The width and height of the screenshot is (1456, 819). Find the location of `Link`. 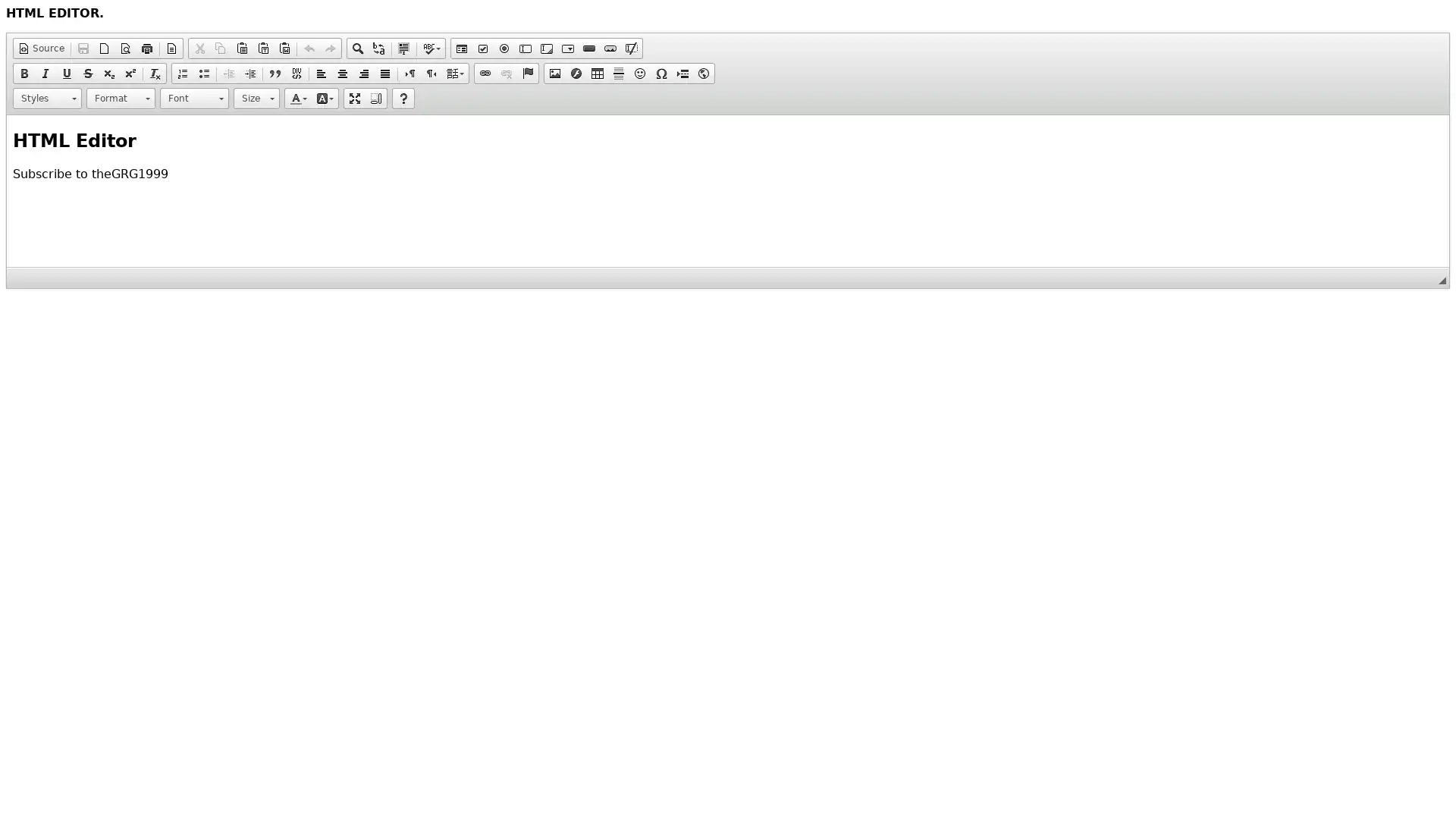

Link is located at coordinates (484, 73).